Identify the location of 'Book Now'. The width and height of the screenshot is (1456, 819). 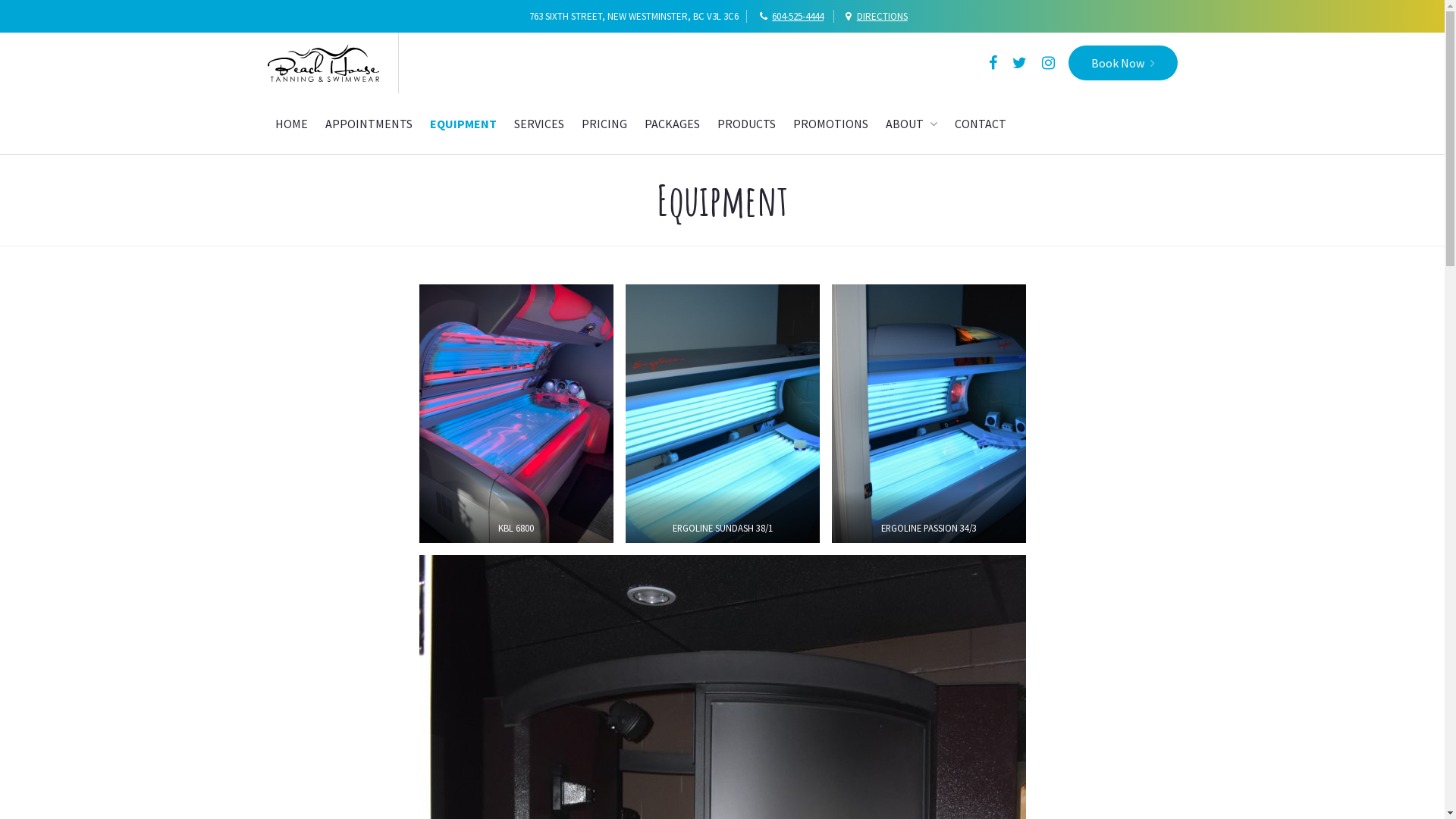
(1122, 62).